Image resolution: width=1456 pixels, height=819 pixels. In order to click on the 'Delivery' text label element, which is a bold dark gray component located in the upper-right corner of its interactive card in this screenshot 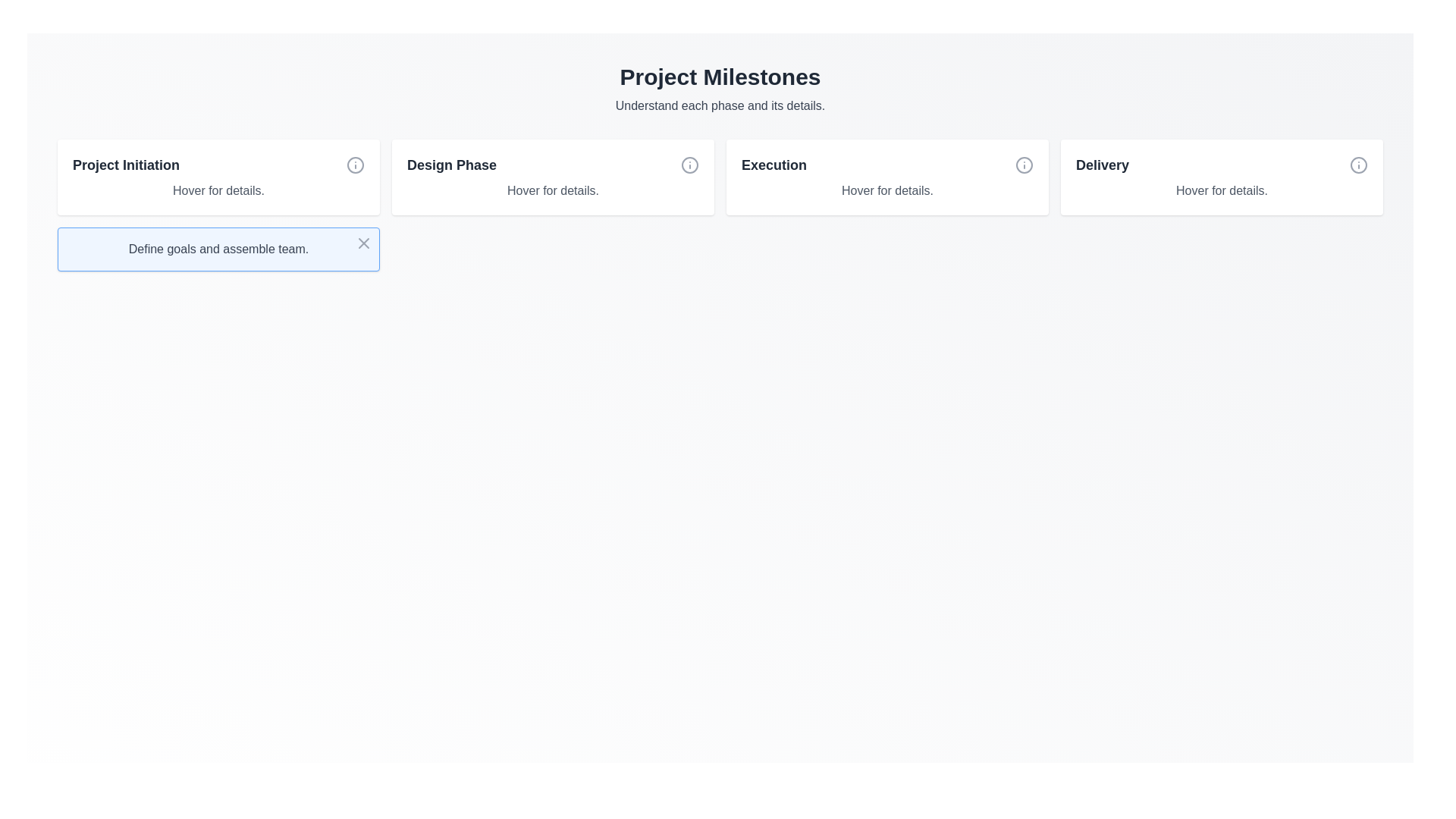, I will do `click(1103, 165)`.